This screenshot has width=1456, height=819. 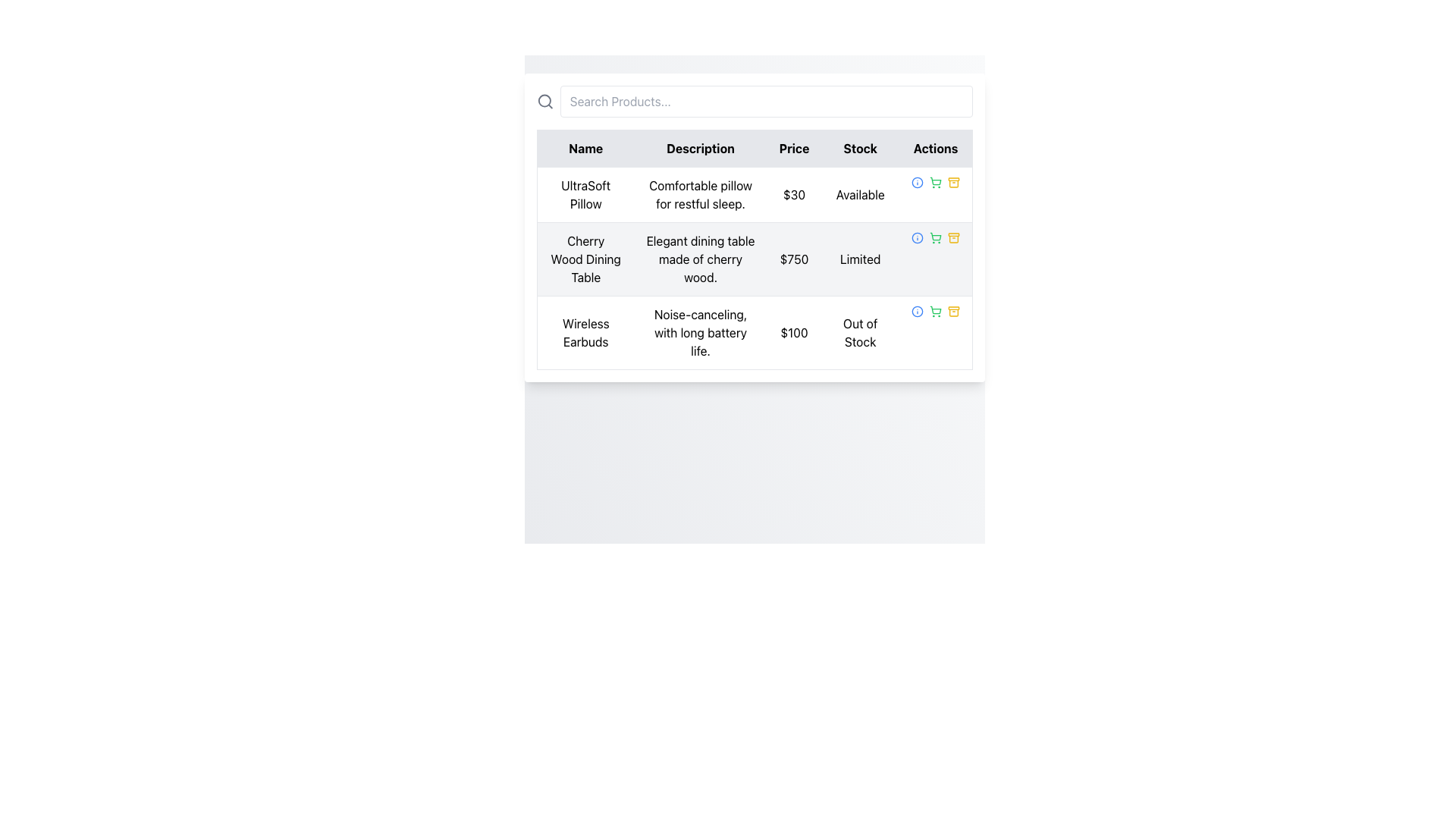 I want to click on the storage box icon button located in the 'Actions' column of the second row, which corresponds to the 'Cherry Wood Dining Table', so click(x=952, y=239).